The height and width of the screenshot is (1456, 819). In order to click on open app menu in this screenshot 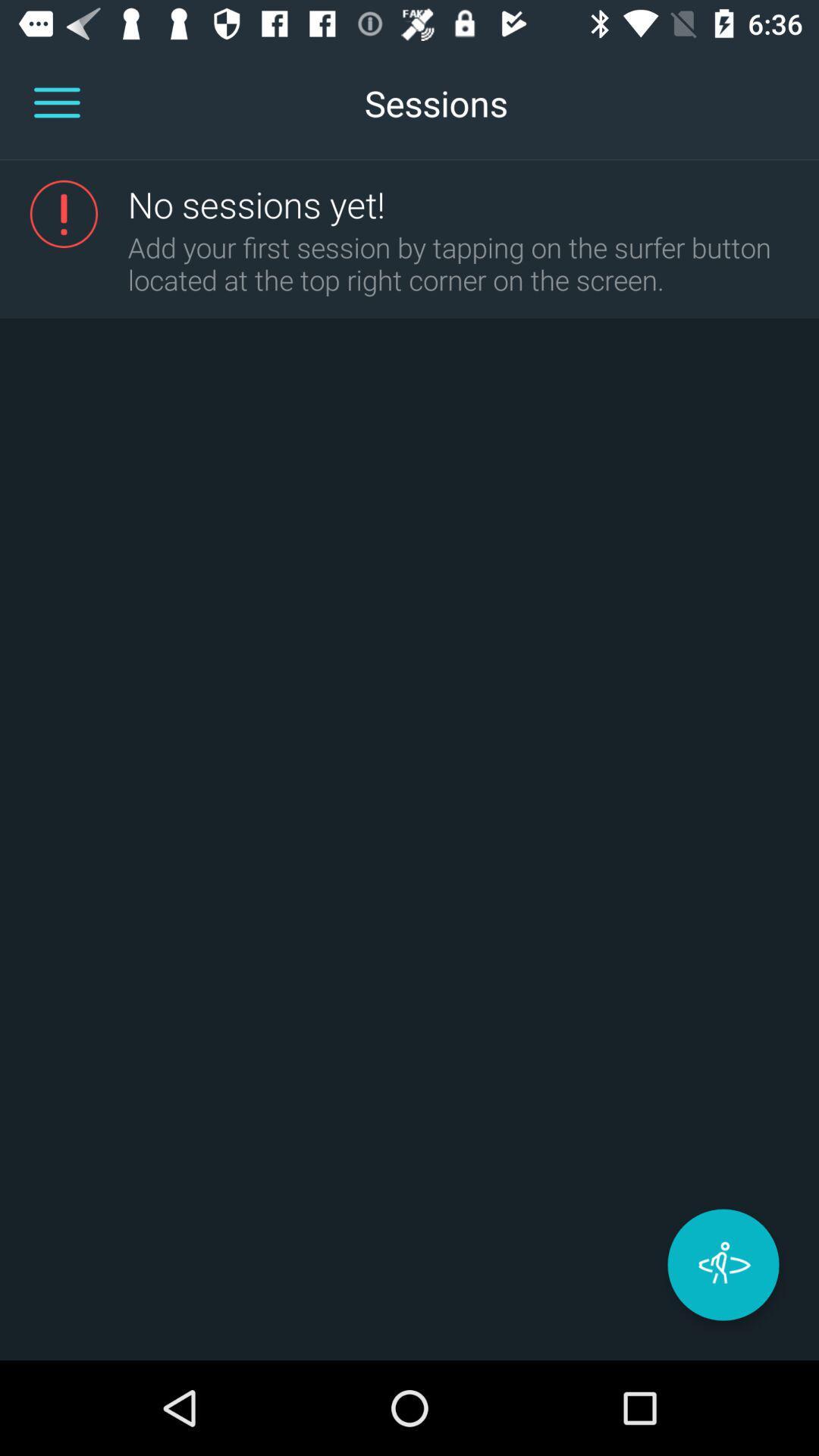, I will do `click(56, 102)`.